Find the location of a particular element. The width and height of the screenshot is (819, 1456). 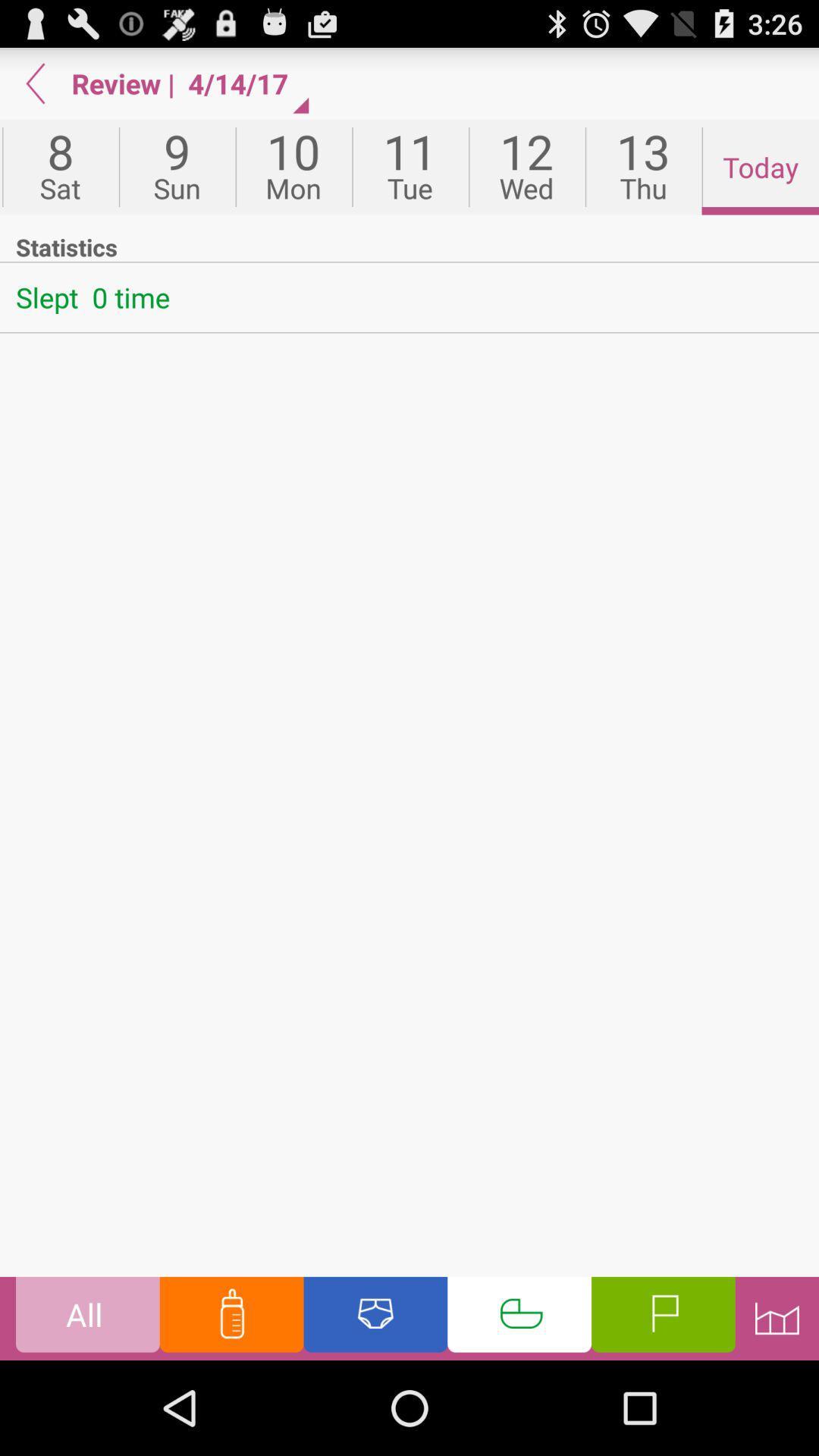

the sleep category is located at coordinates (519, 1317).